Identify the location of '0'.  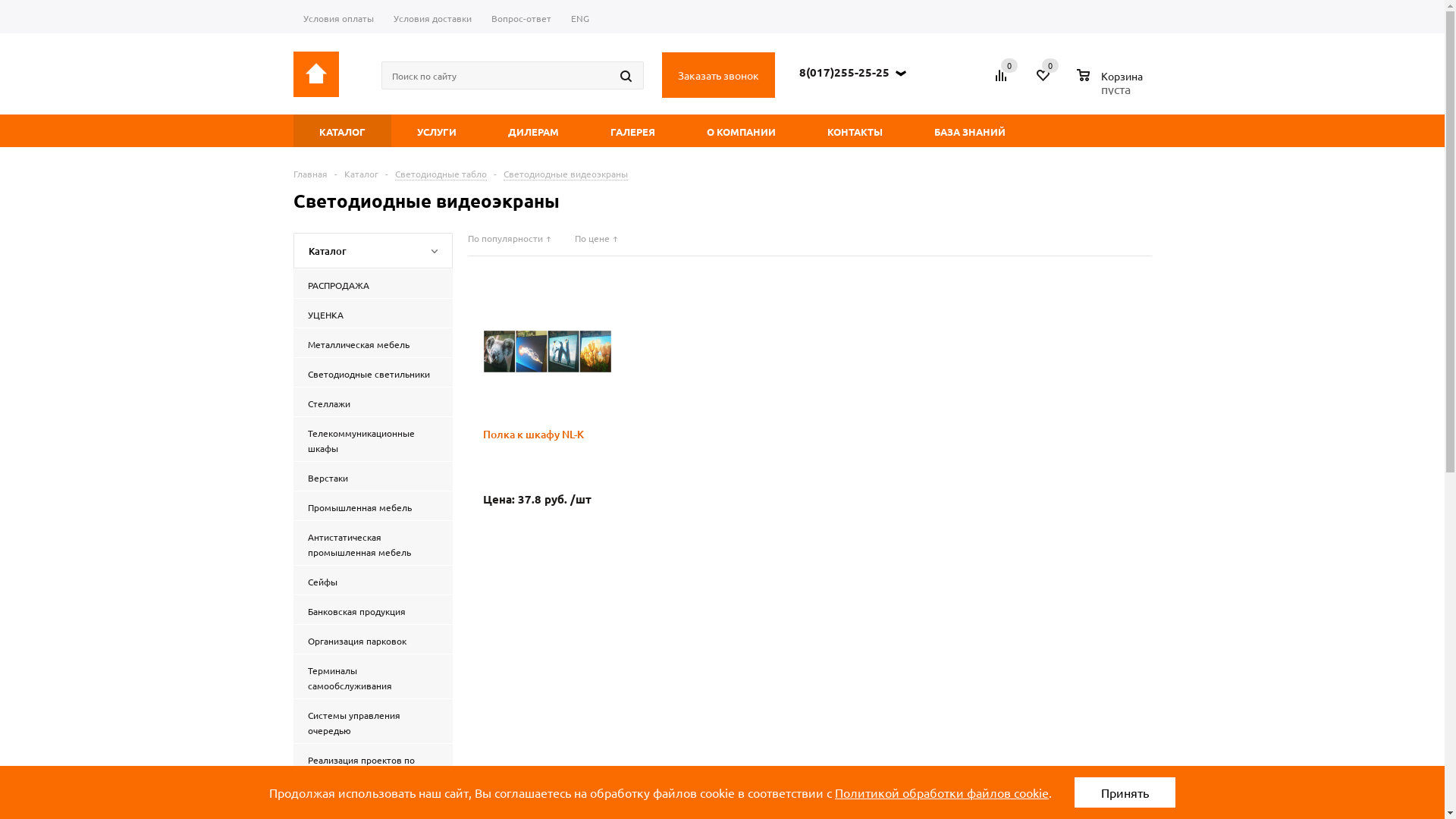
(1009, 64).